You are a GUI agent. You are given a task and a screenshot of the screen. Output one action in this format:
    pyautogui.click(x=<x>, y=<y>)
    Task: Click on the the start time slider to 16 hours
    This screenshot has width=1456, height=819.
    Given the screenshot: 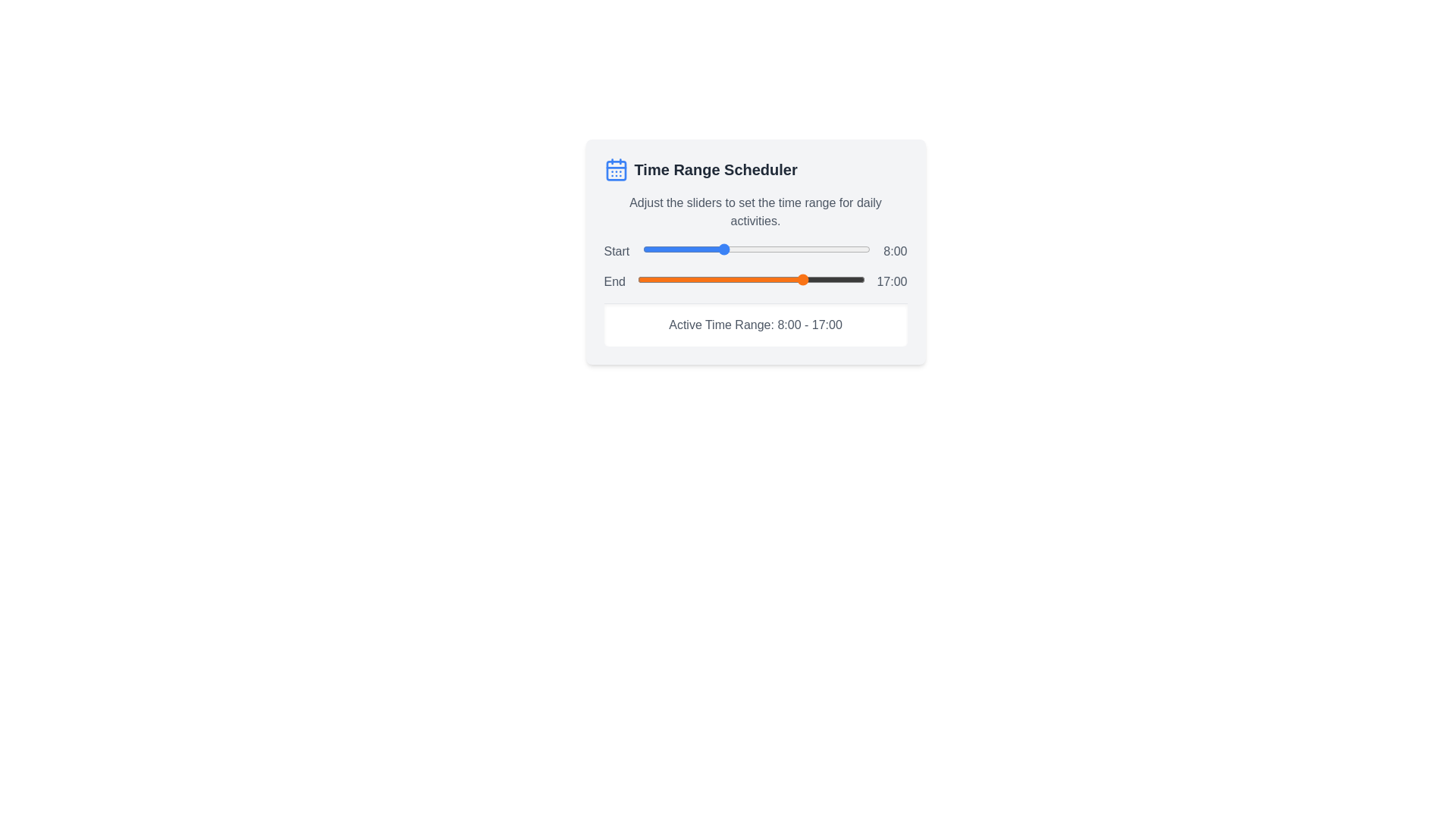 What is the action you would take?
    pyautogui.click(x=800, y=248)
    